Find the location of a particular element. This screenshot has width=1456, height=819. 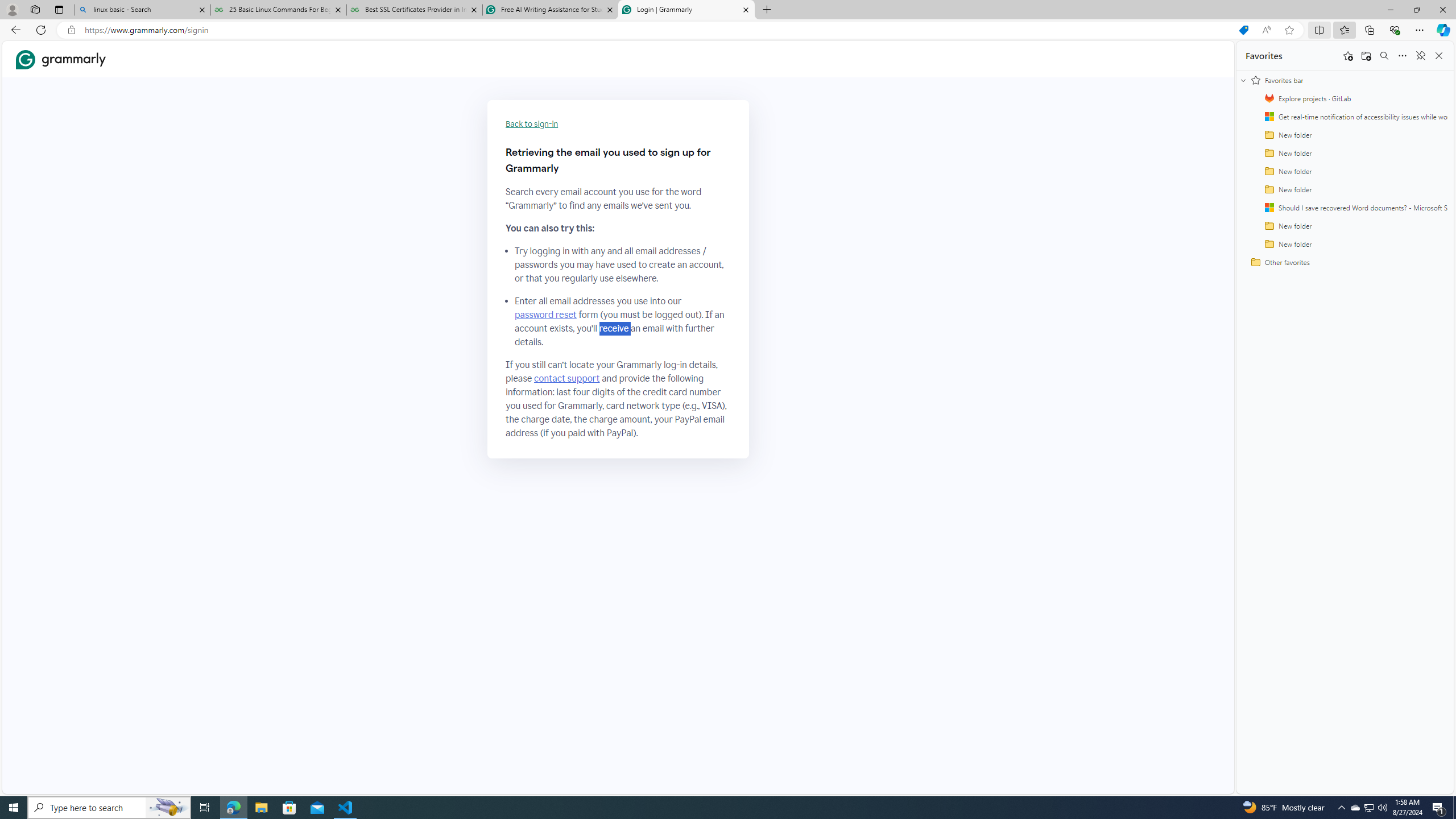

'Search favorites' is located at coordinates (1384, 55).